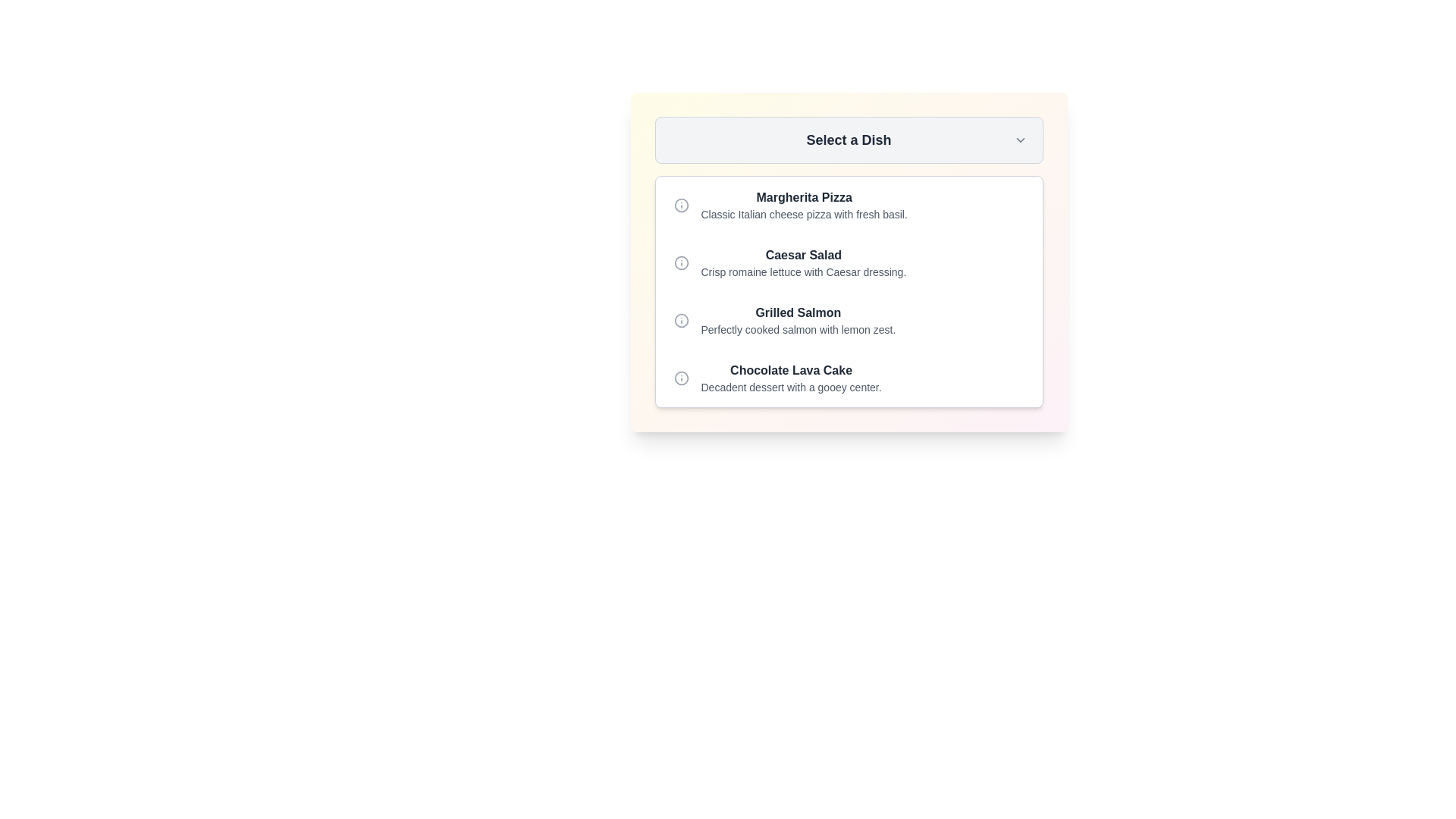 This screenshot has width=1456, height=819. I want to click on the text label that indicates the purpose of the dropdown selection area, which is located near the top center of the interface, to the left of a small chevron-down icon, so click(848, 140).